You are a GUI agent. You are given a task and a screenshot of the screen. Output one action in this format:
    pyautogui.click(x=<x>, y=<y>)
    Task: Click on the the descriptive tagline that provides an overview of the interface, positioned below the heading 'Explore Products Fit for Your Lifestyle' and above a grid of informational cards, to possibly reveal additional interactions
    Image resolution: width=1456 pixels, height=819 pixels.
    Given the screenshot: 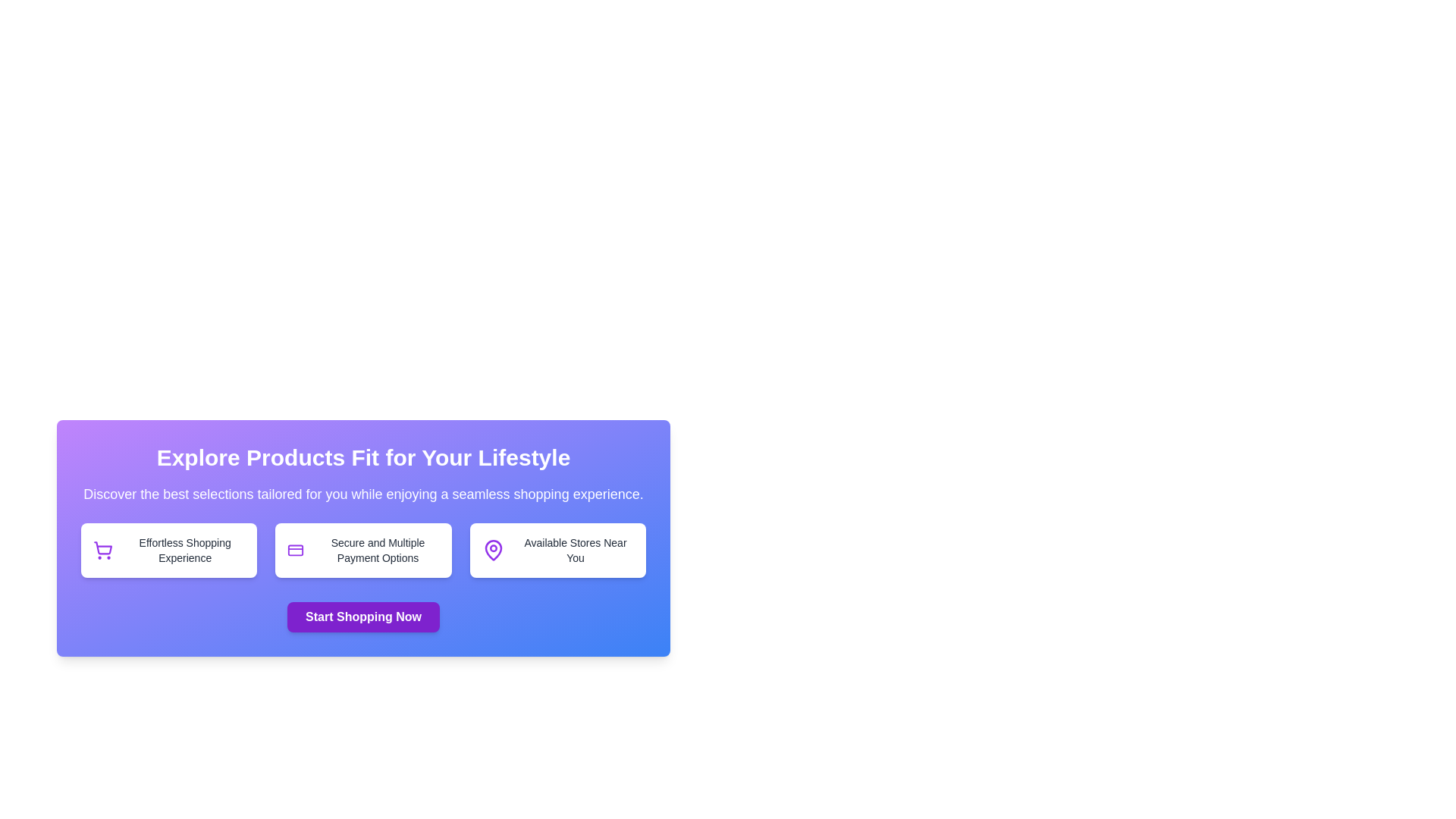 What is the action you would take?
    pyautogui.click(x=362, y=494)
    